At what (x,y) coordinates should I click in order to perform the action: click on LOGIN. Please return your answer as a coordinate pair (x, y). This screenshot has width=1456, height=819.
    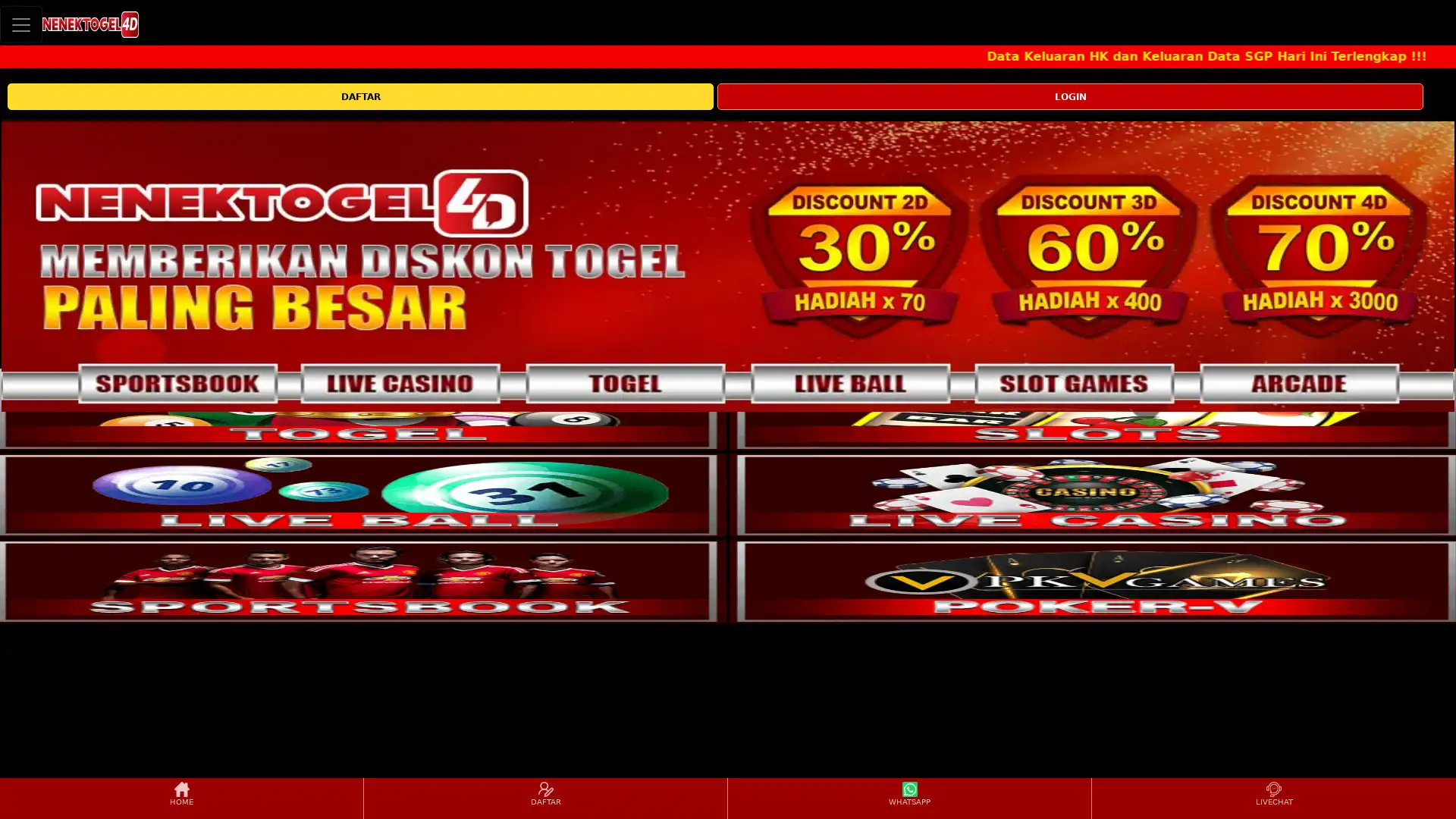
    Looking at the image, I should click on (1069, 96).